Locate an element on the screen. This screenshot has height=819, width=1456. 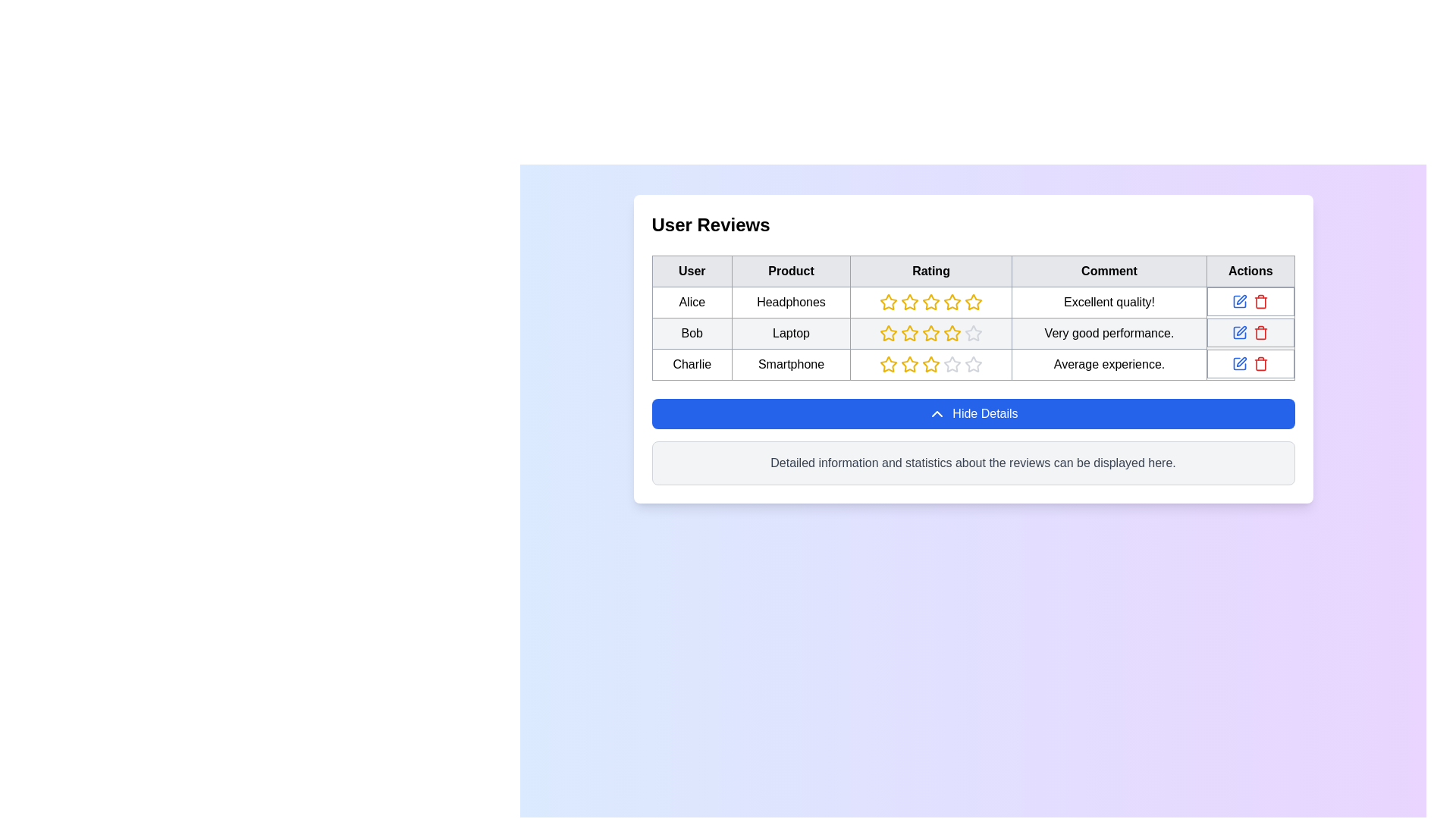
the first yellow star icon is located at coordinates (888, 302).